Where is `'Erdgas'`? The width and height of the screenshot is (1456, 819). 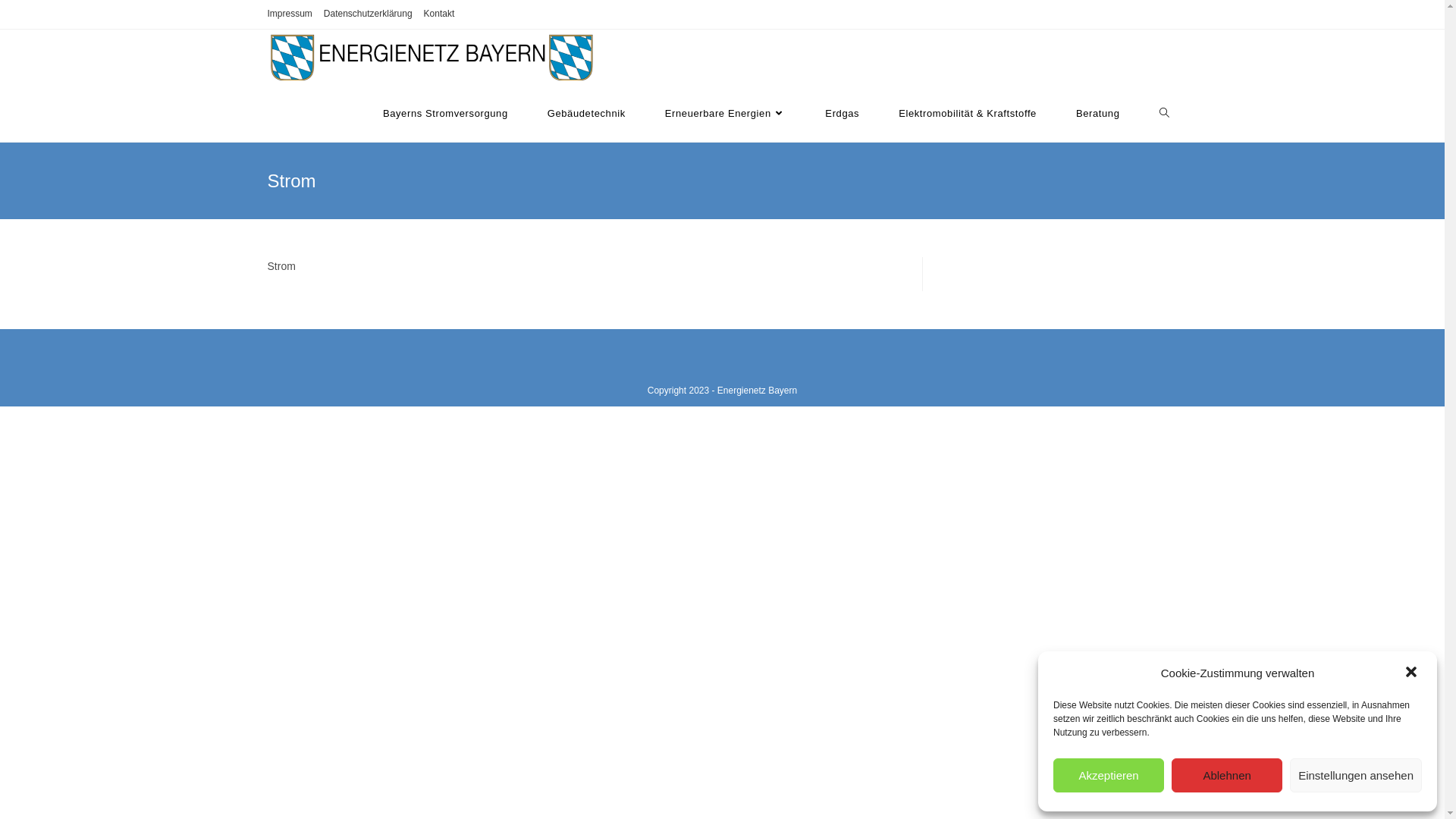 'Erdgas' is located at coordinates (841, 113).